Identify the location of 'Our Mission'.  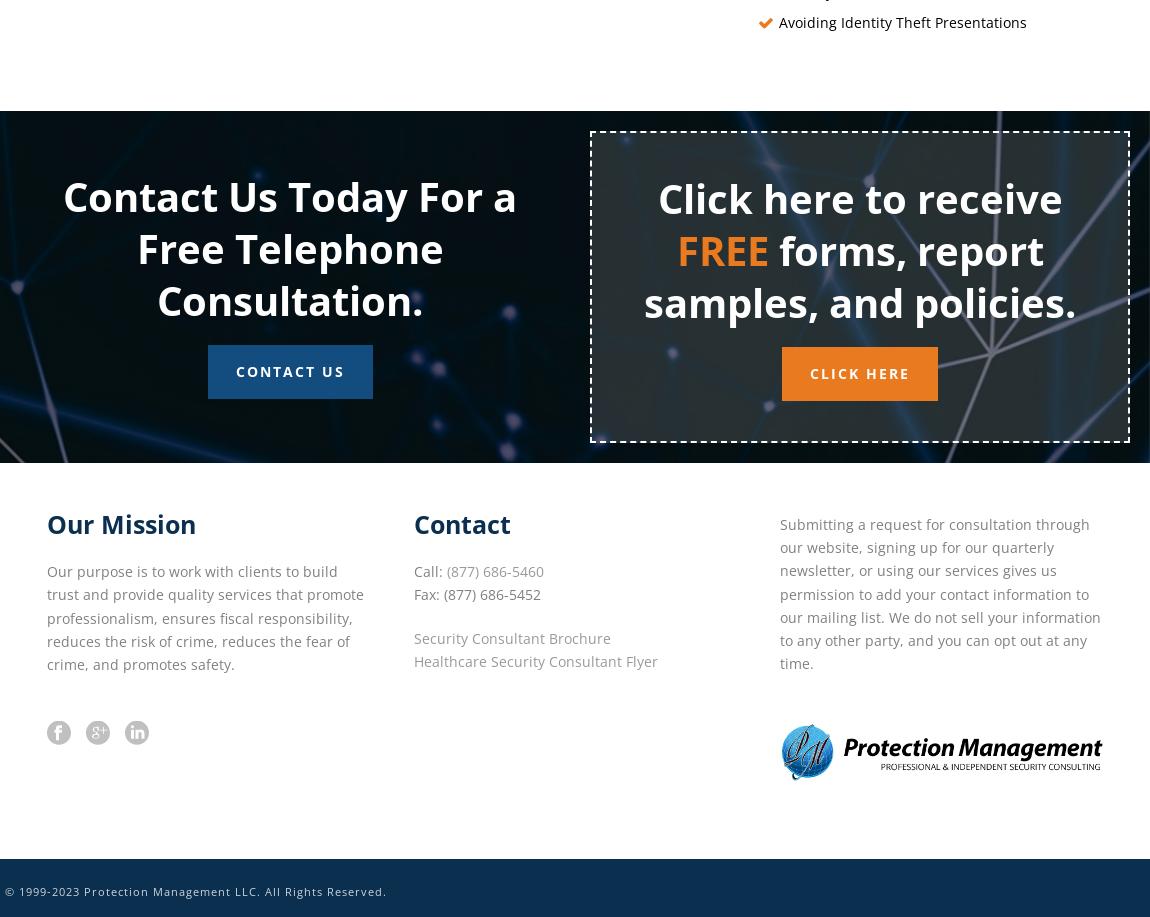
(120, 521).